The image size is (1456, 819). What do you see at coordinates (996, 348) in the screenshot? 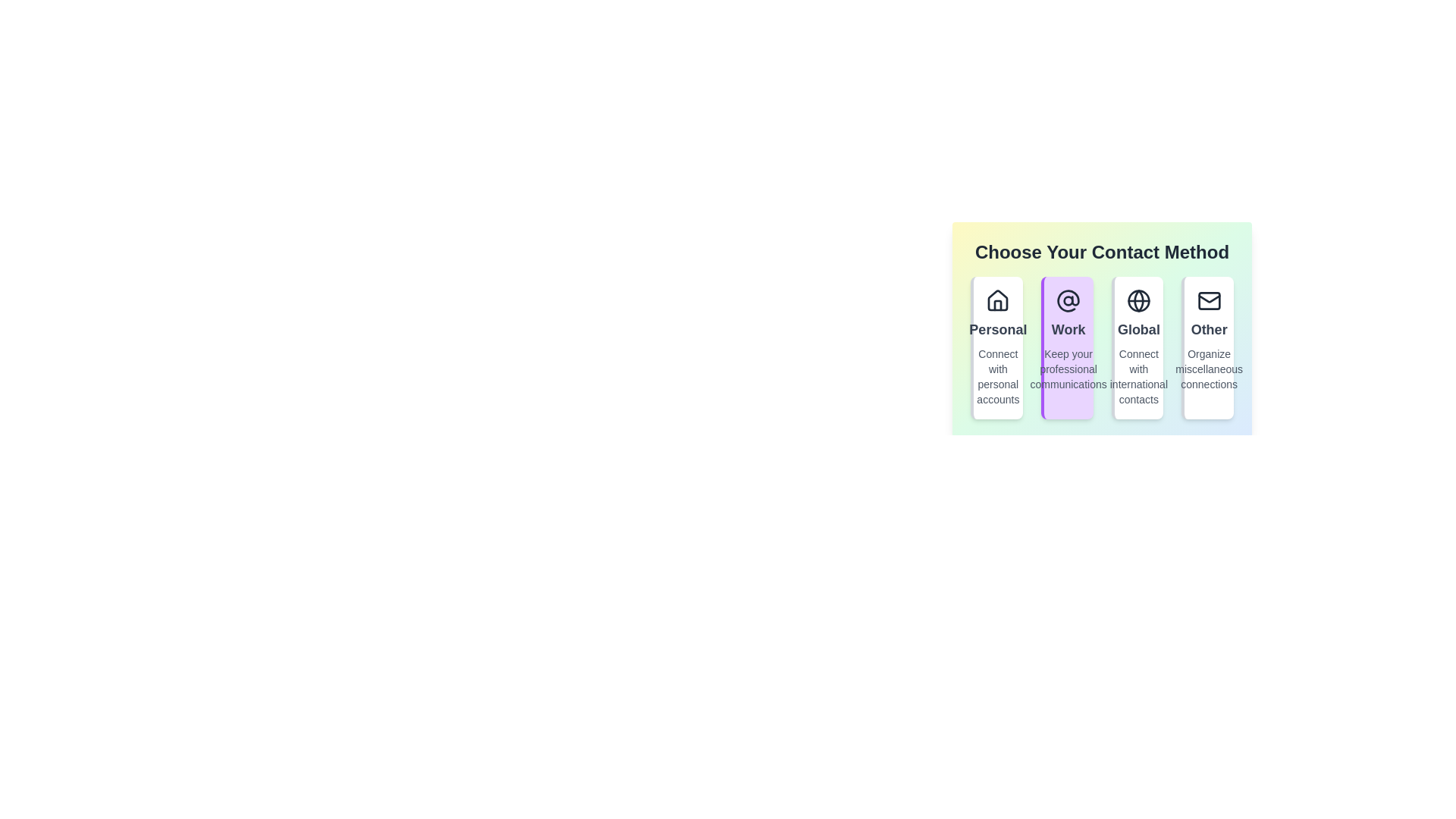
I see `the contact method Personal by clicking on its corresponding option` at bounding box center [996, 348].